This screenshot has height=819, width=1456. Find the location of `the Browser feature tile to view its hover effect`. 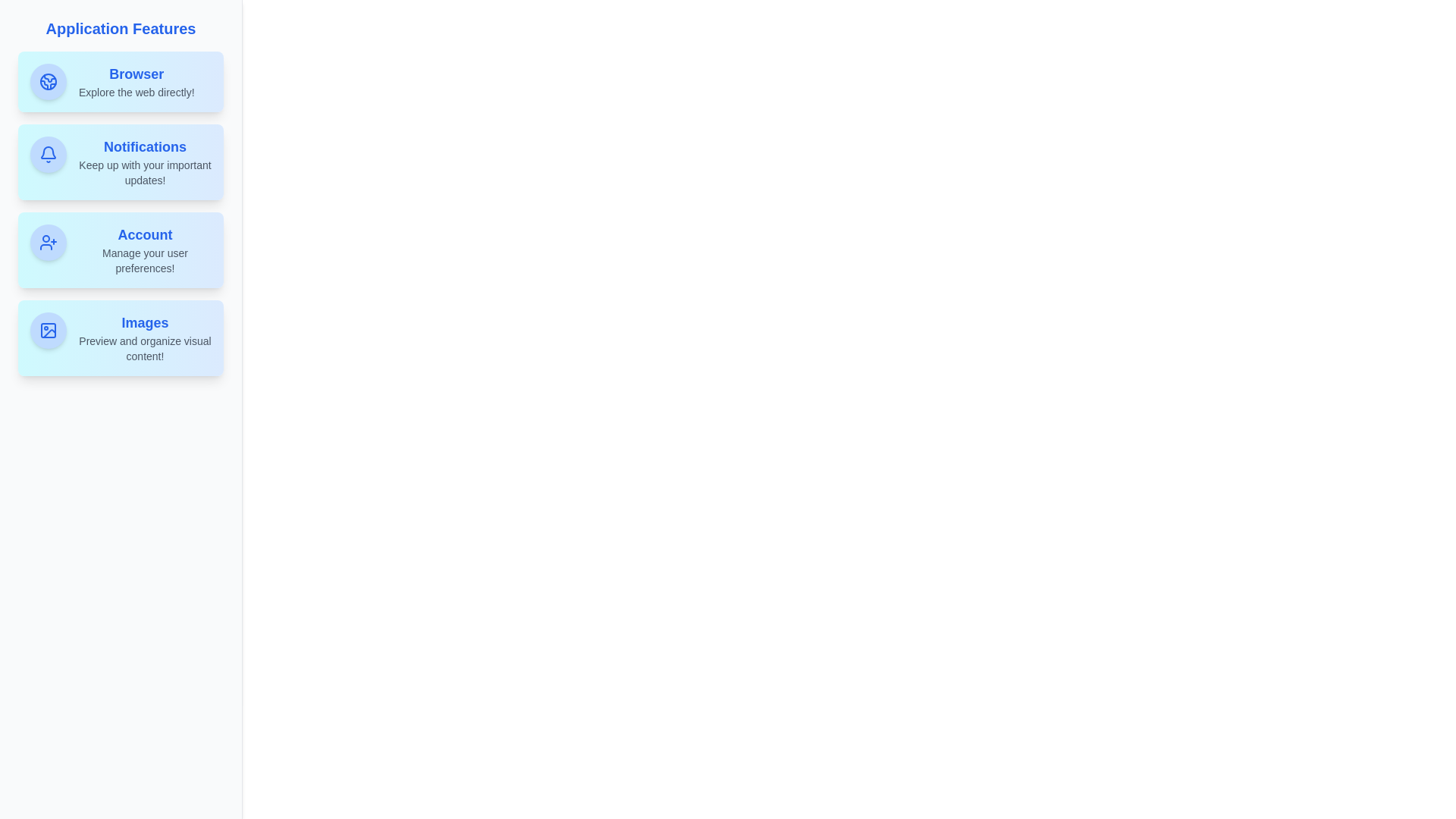

the Browser feature tile to view its hover effect is located at coordinates (120, 82).